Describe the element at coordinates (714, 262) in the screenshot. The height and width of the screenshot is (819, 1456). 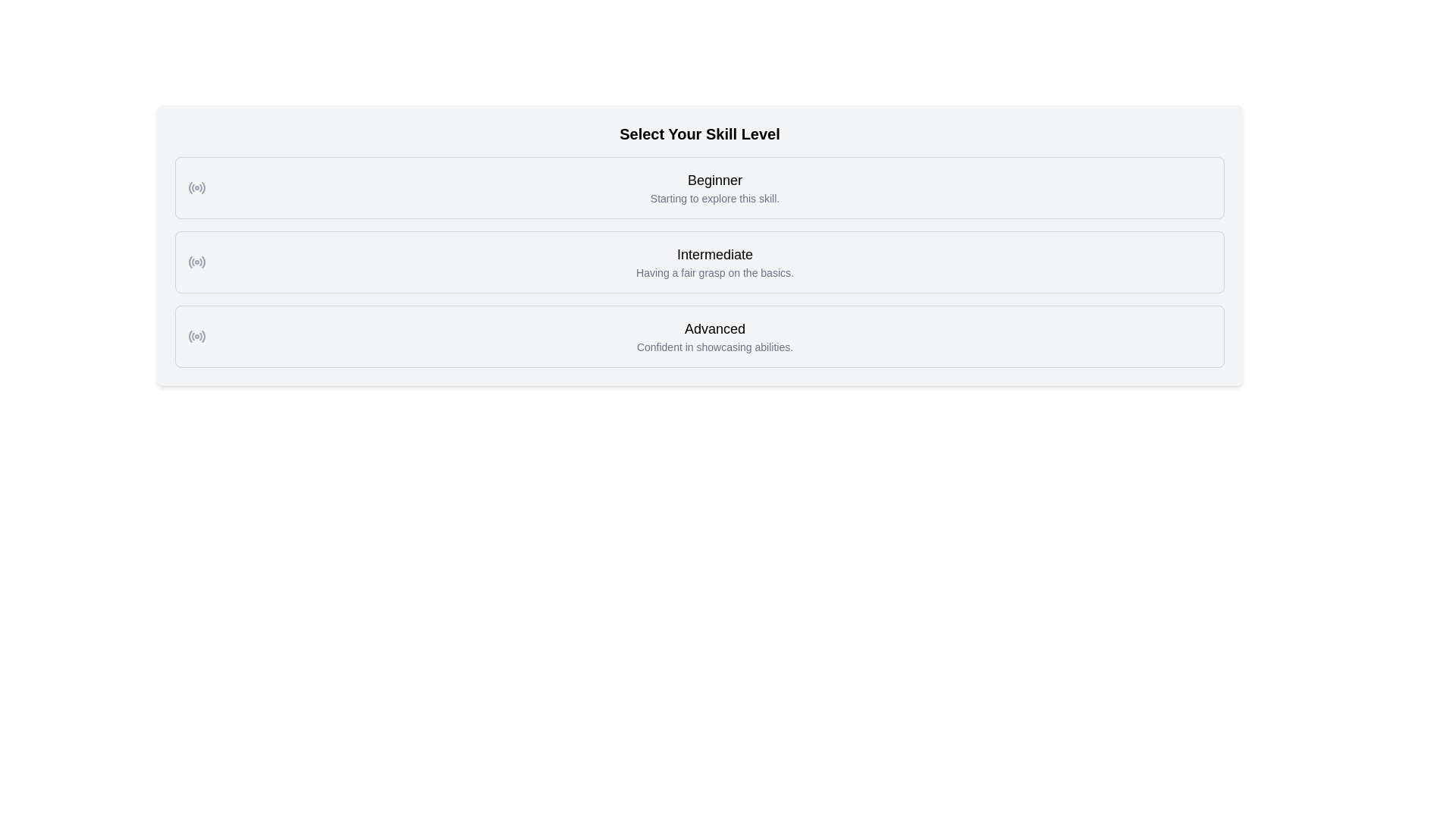
I see `the 'Intermediate' selectable option in the vertical list of skill levels` at that location.